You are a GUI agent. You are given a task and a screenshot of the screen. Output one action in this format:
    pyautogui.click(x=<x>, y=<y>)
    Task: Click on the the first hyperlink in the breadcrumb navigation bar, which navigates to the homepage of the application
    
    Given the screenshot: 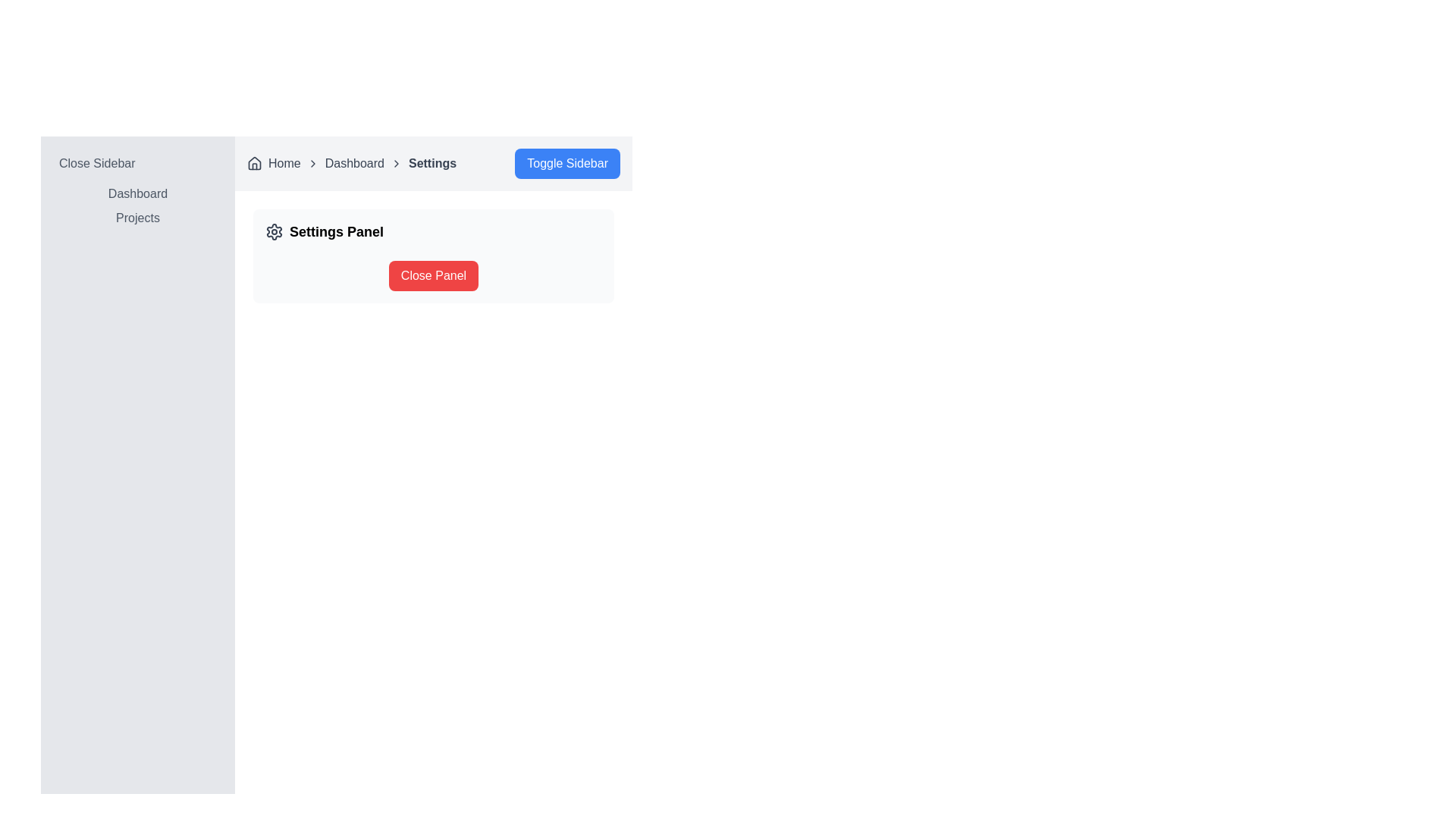 What is the action you would take?
    pyautogui.click(x=284, y=164)
    